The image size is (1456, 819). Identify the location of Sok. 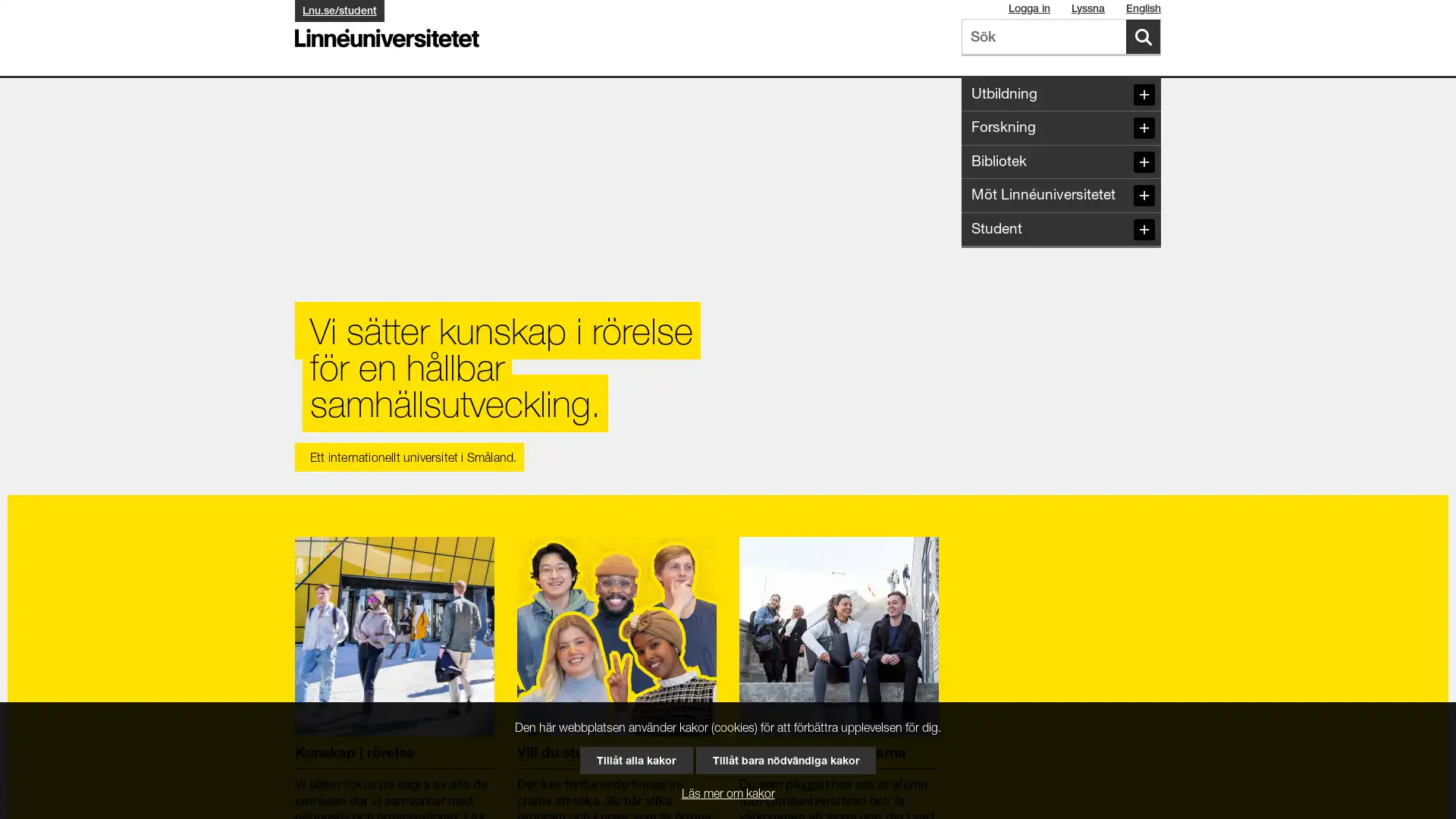
(1143, 35).